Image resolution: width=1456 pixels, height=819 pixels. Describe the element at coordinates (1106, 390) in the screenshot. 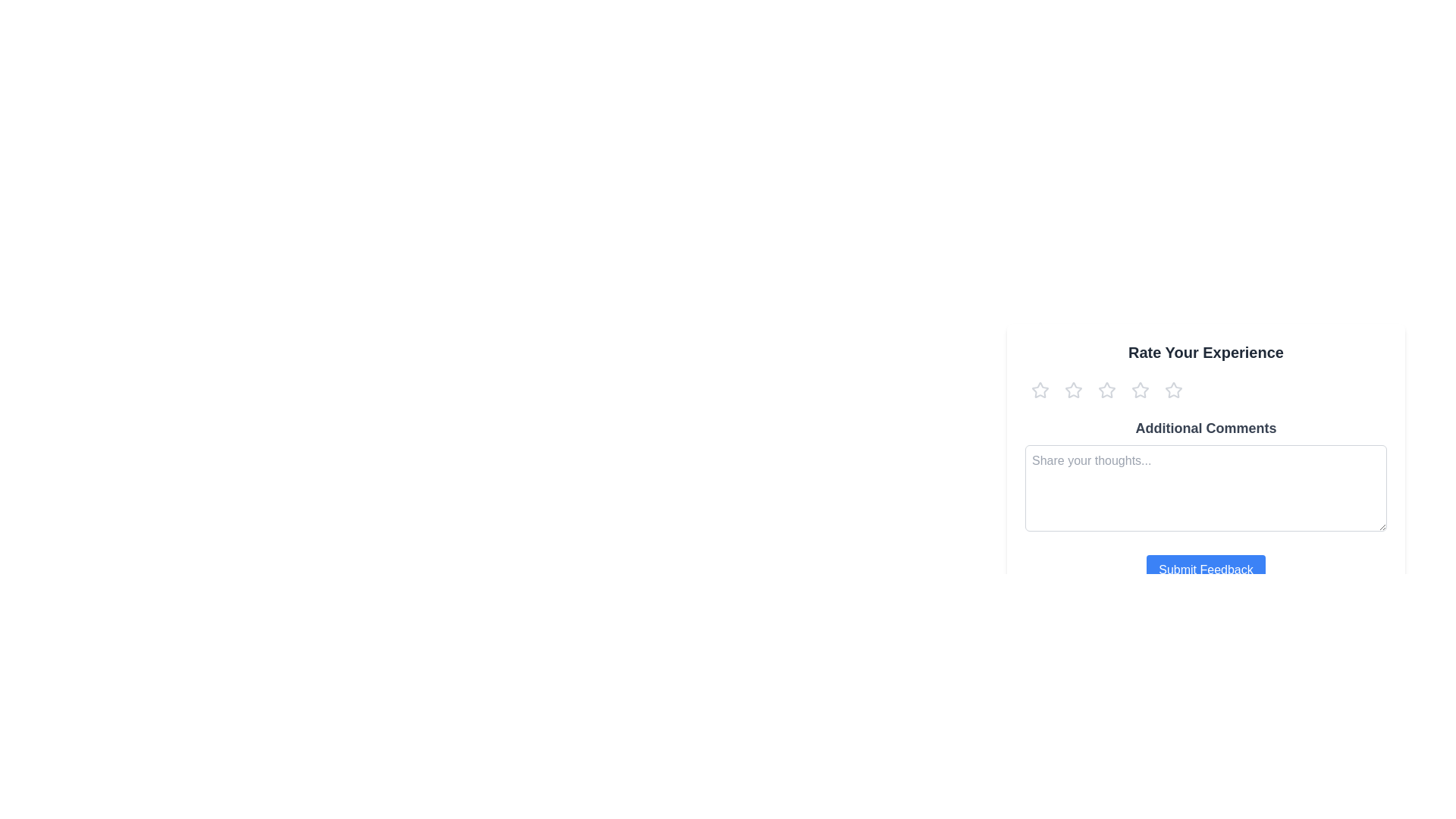

I see `the second star in the Interactive Star Rating Icon, which is located directly under the header 'Rate Your Experience.'` at that location.